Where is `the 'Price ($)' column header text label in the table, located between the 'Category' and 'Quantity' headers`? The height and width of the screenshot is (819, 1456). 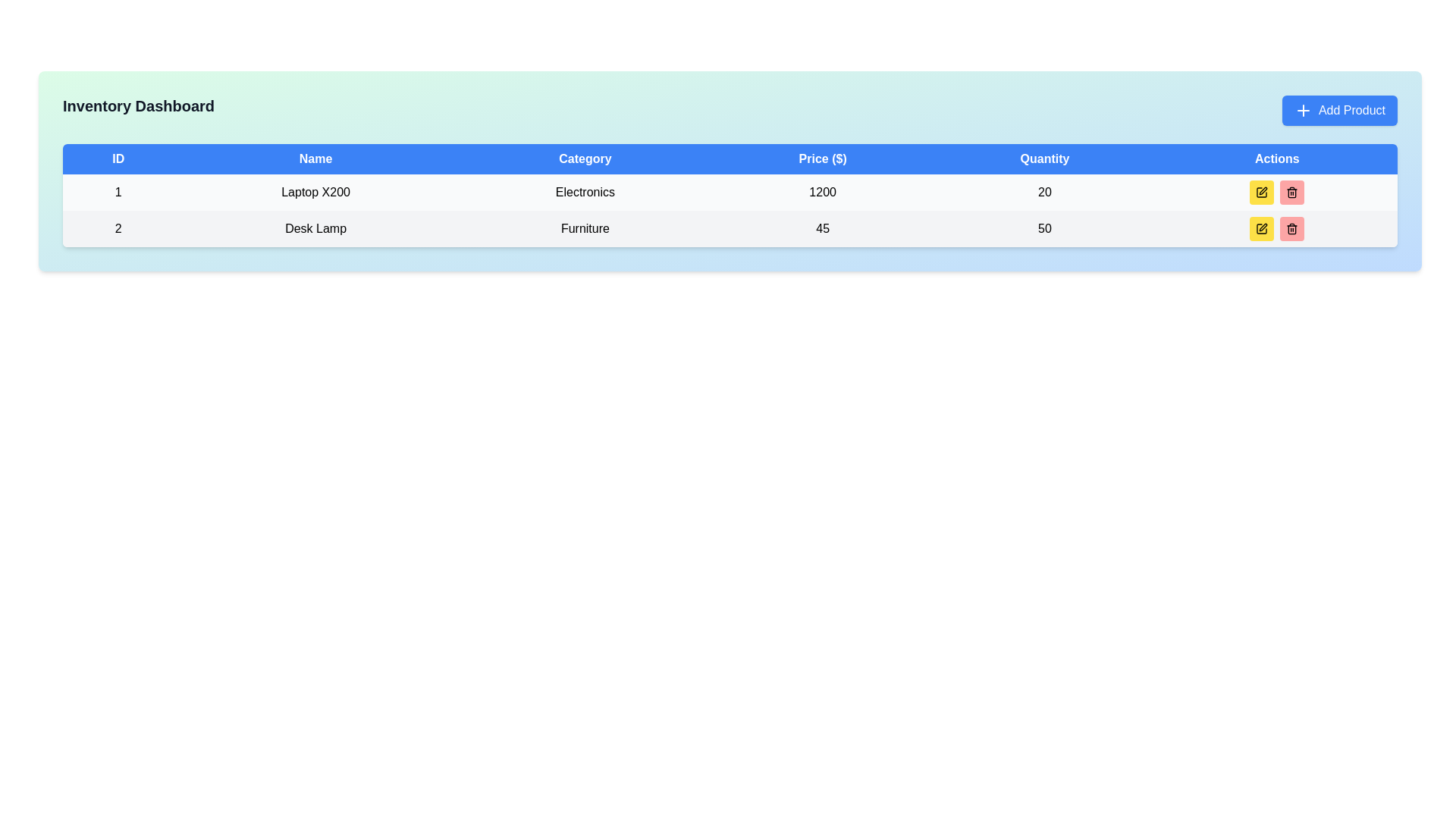
the 'Price ($)' column header text label in the table, located between the 'Category' and 'Quantity' headers is located at coordinates (822, 158).